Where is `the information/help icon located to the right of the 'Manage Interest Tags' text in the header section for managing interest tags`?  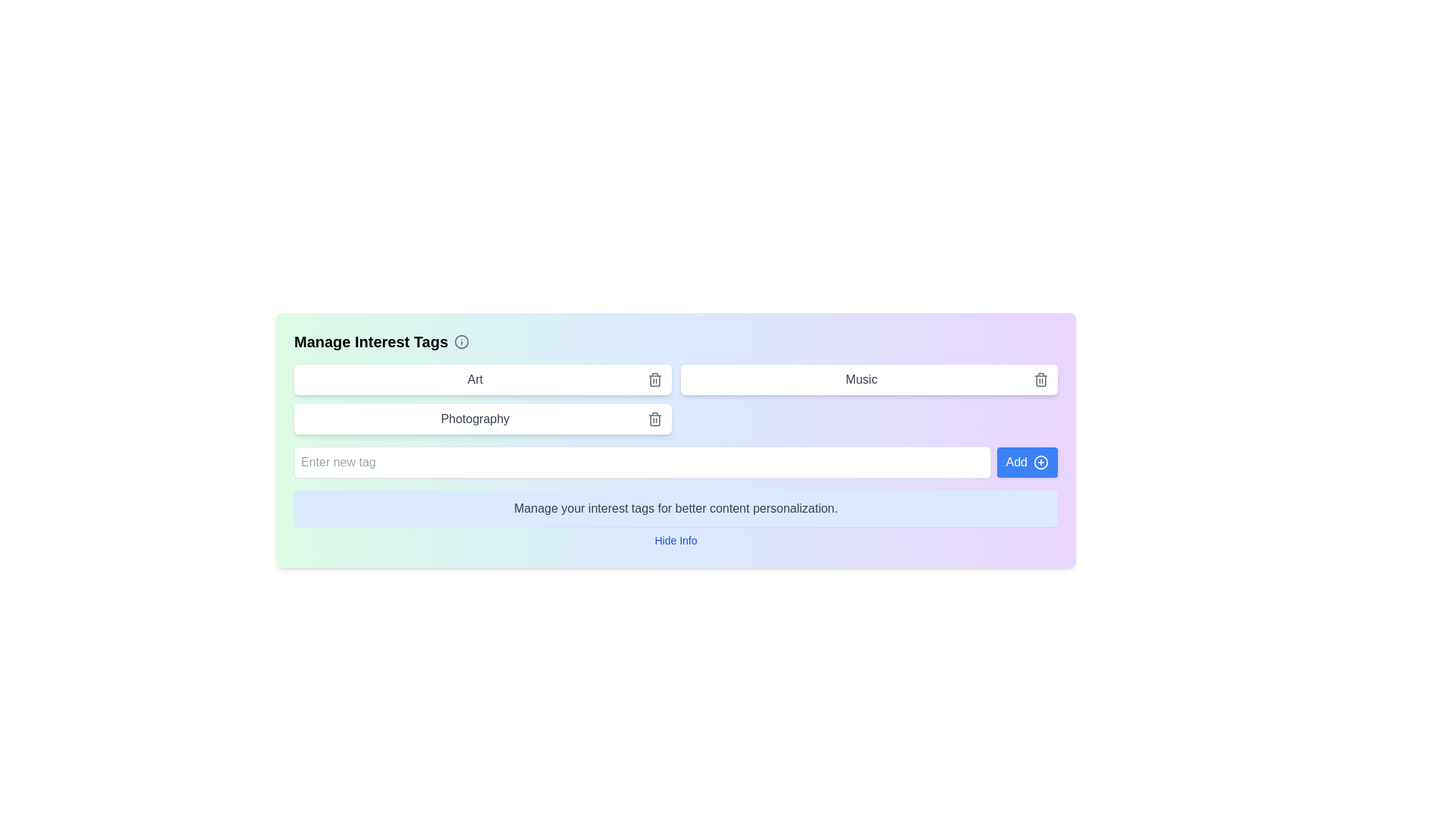 the information/help icon located to the right of the 'Manage Interest Tags' text in the header section for managing interest tags is located at coordinates (461, 342).